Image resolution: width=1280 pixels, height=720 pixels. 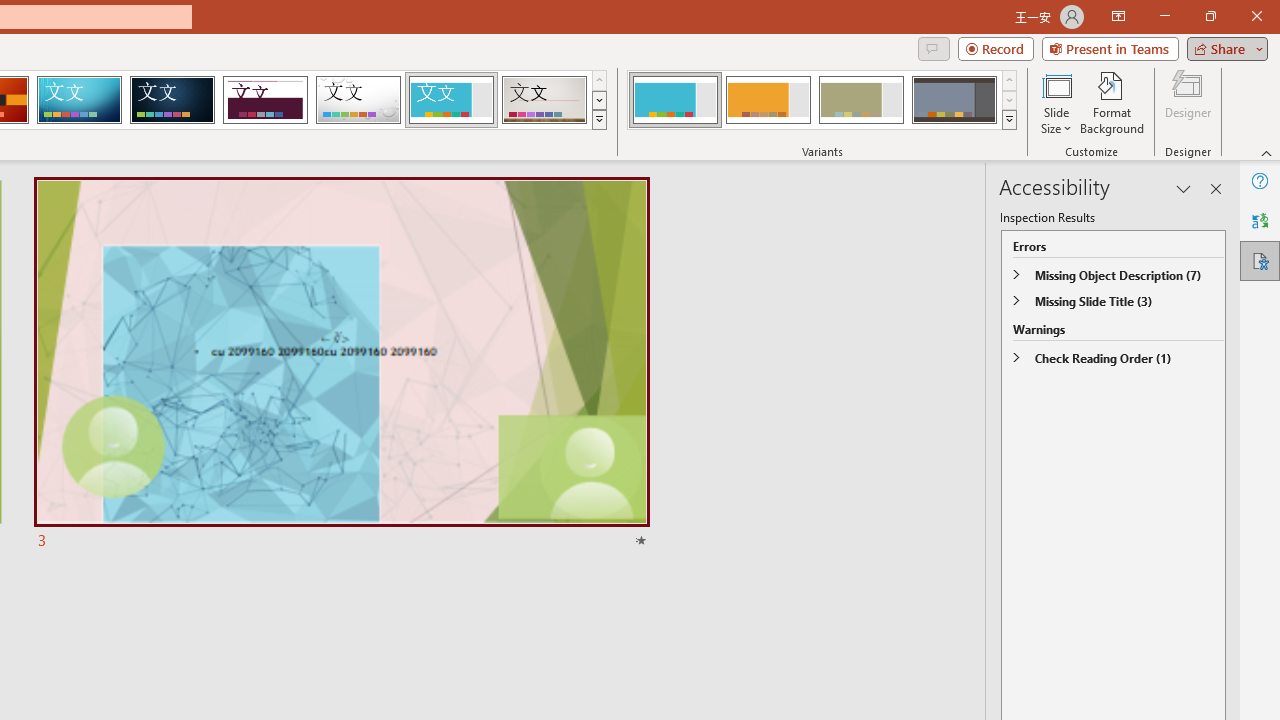 I want to click on 'AutomationID: ThemeVariantsGallery', so click(x=823, y=100).